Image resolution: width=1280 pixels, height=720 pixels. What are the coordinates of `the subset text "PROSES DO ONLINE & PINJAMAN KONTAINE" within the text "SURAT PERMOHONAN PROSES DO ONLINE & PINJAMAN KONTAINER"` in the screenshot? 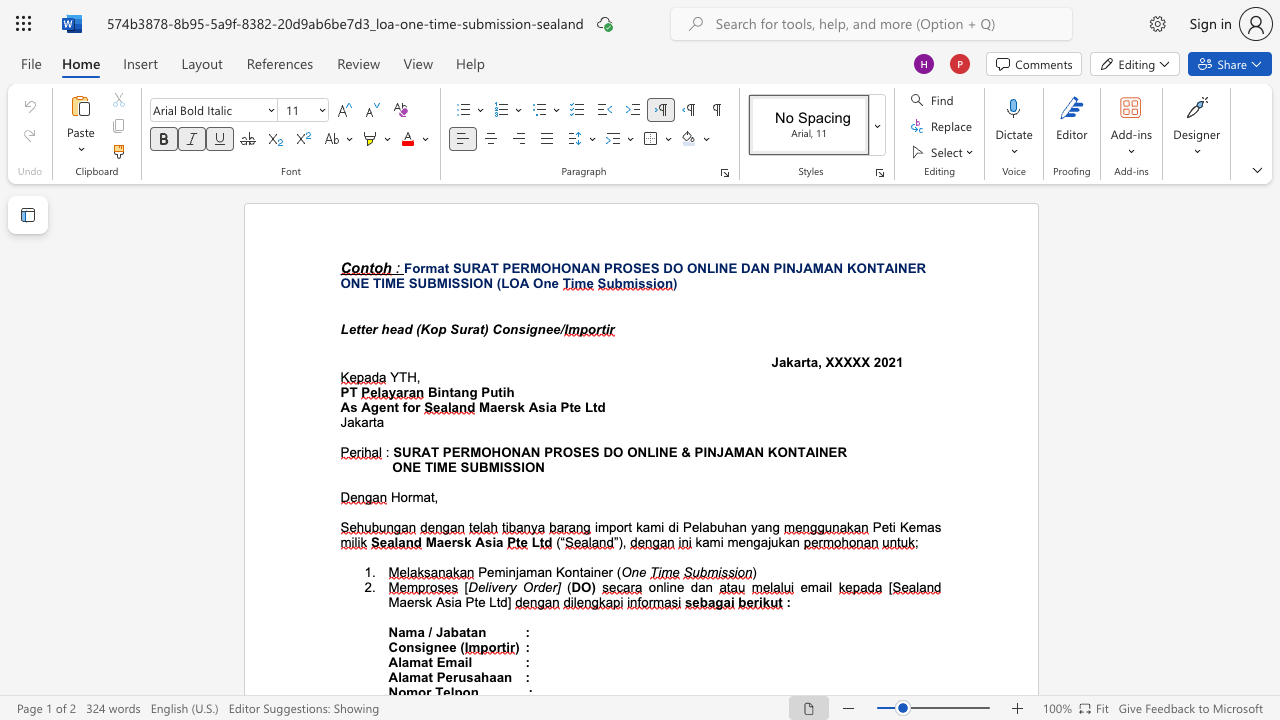 It's located at (544, 452).